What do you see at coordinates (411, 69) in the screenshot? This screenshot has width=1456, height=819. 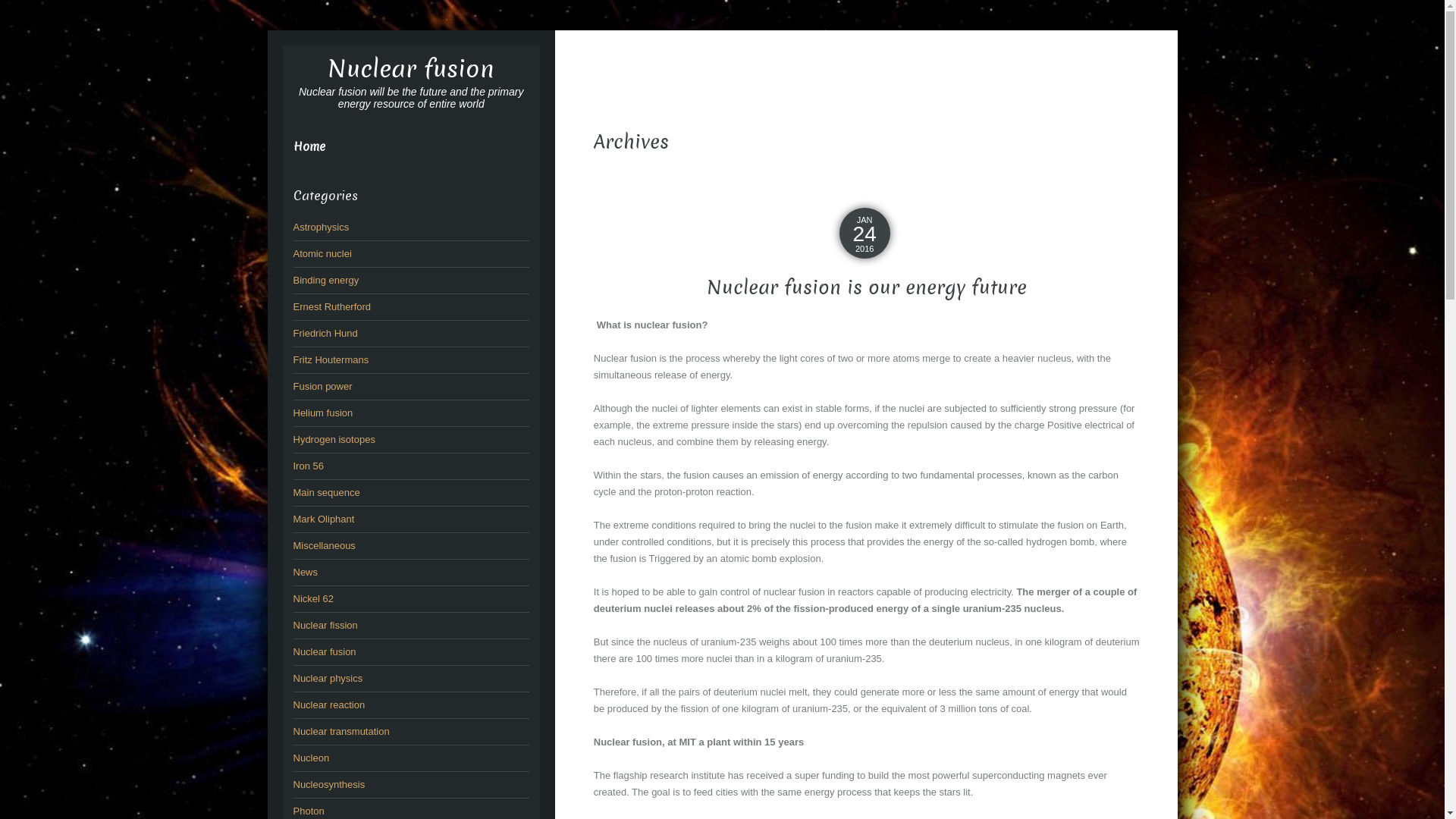 I see `'Nuclear fusion'` at bounding box center [411, 69].